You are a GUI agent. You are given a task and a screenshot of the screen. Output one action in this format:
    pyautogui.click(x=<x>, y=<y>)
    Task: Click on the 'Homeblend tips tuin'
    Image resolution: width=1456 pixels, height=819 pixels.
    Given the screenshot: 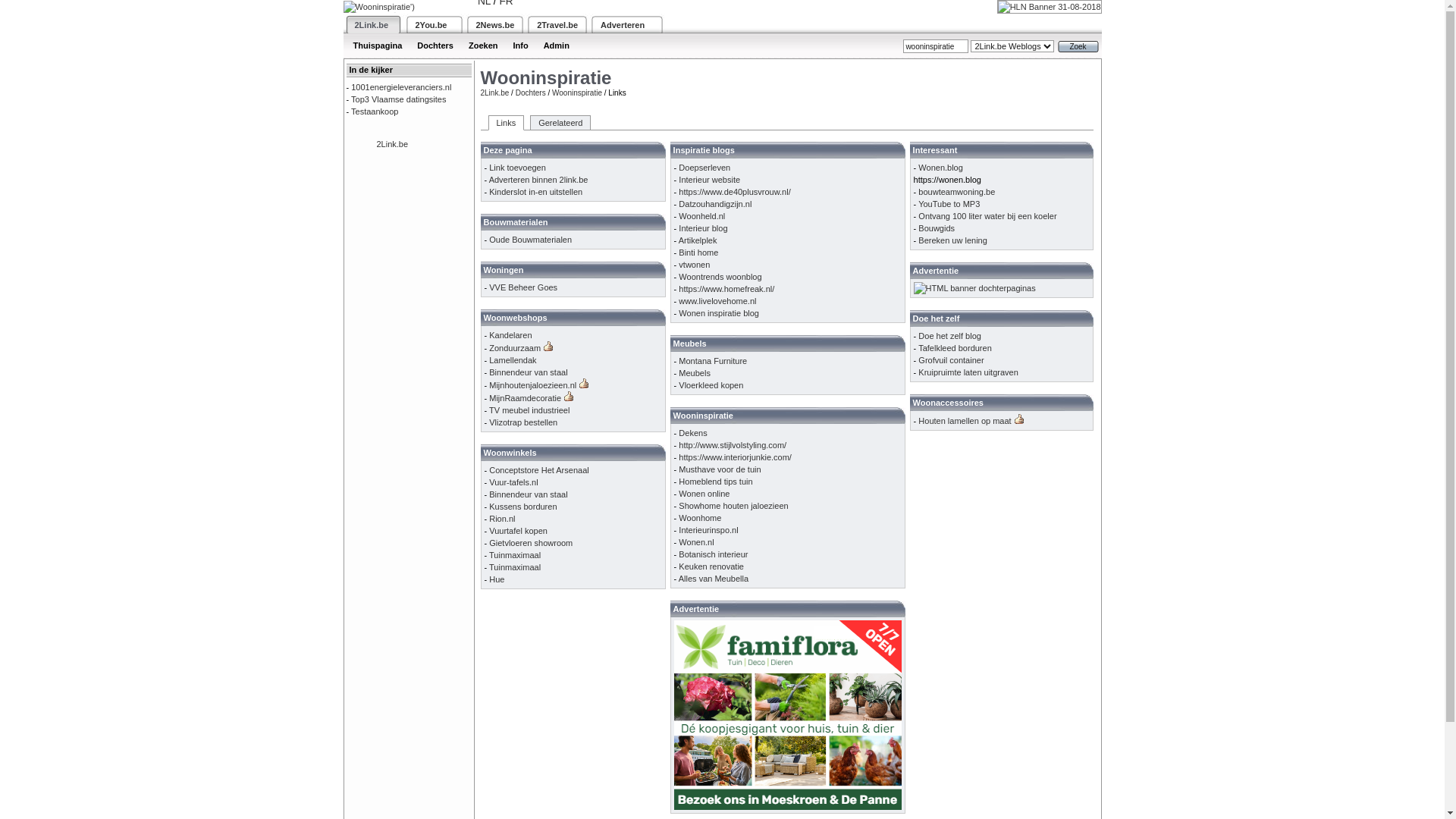 What is the action you would take?
    pyautogui.click(x=714, y=482)
    